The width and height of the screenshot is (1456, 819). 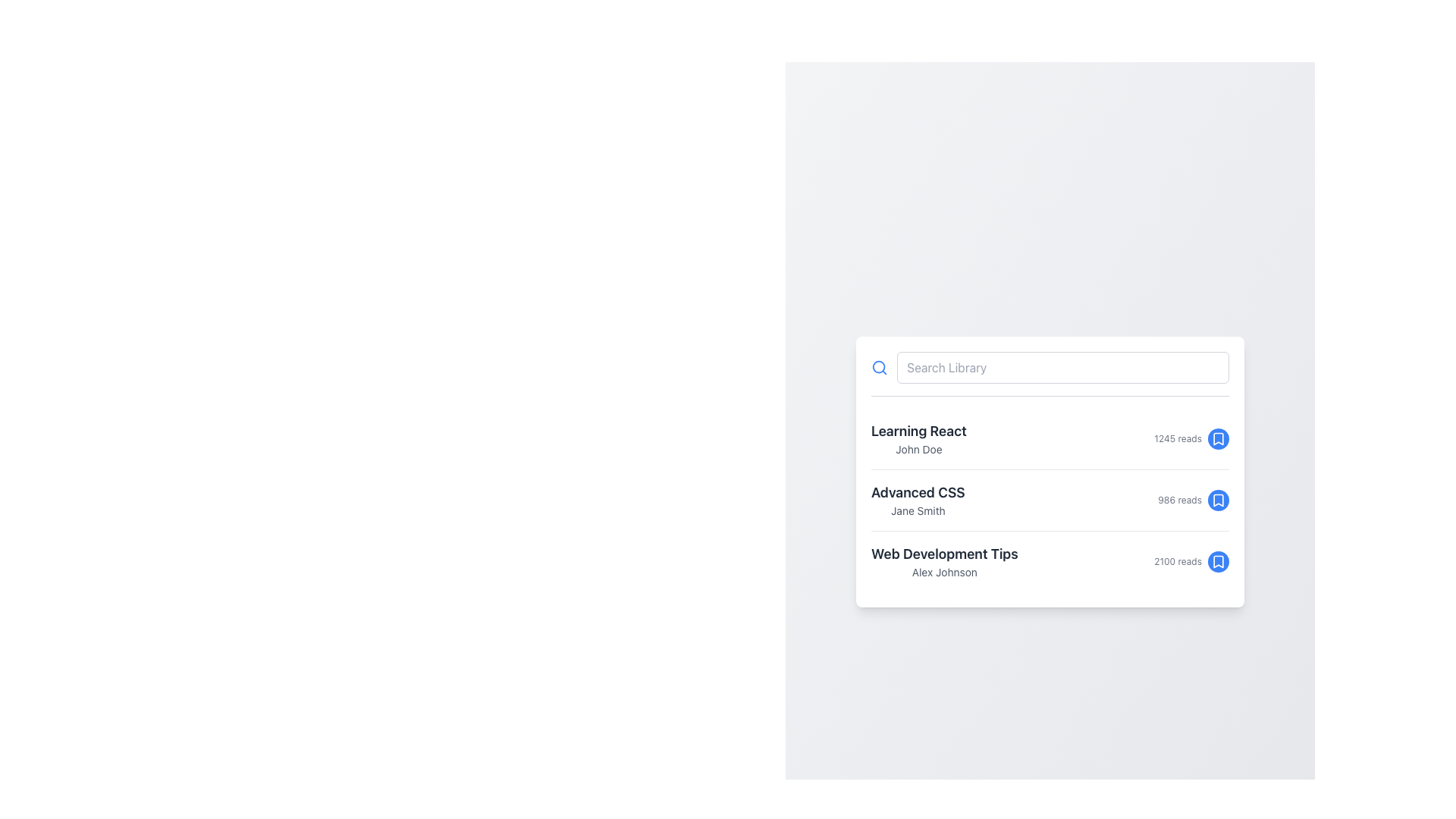 I want to click on the text label that serves as the title of a book or course, located in the second position of a vertical list, below 'Learning React' and above 'Web Development Tips', so click(x=917, y=492).